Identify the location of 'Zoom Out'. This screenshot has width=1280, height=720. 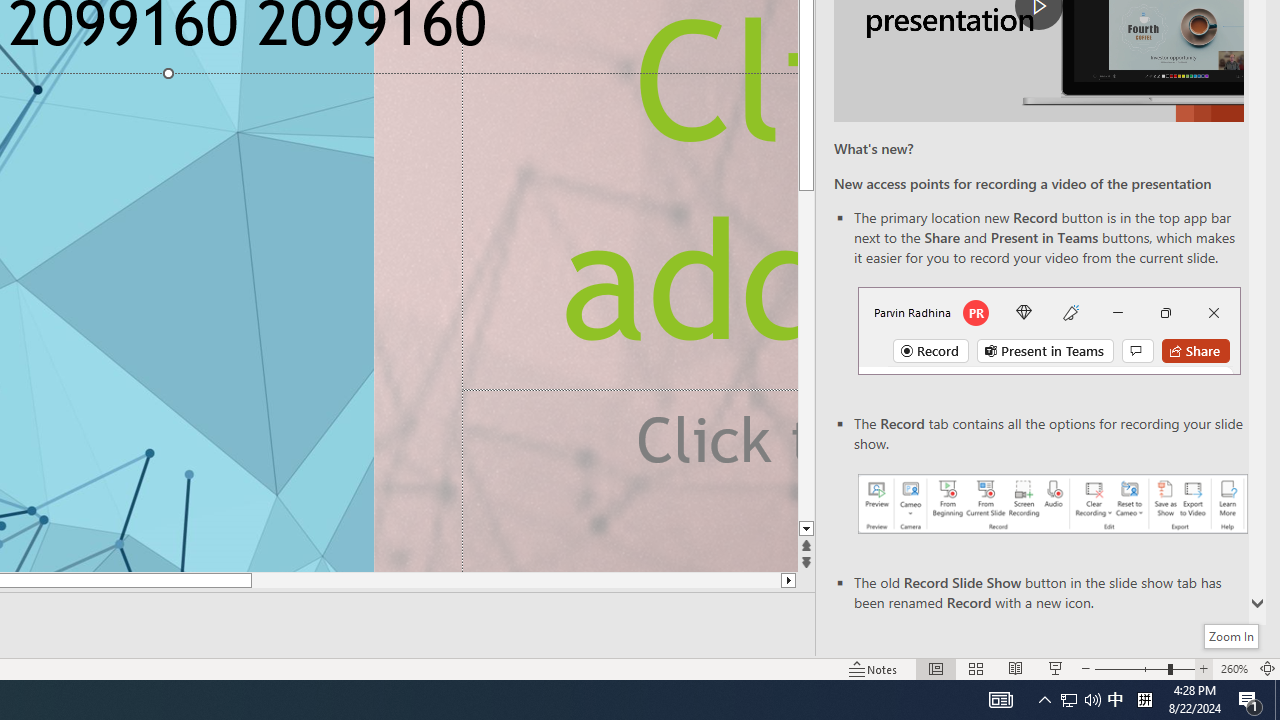
(1130, 669).